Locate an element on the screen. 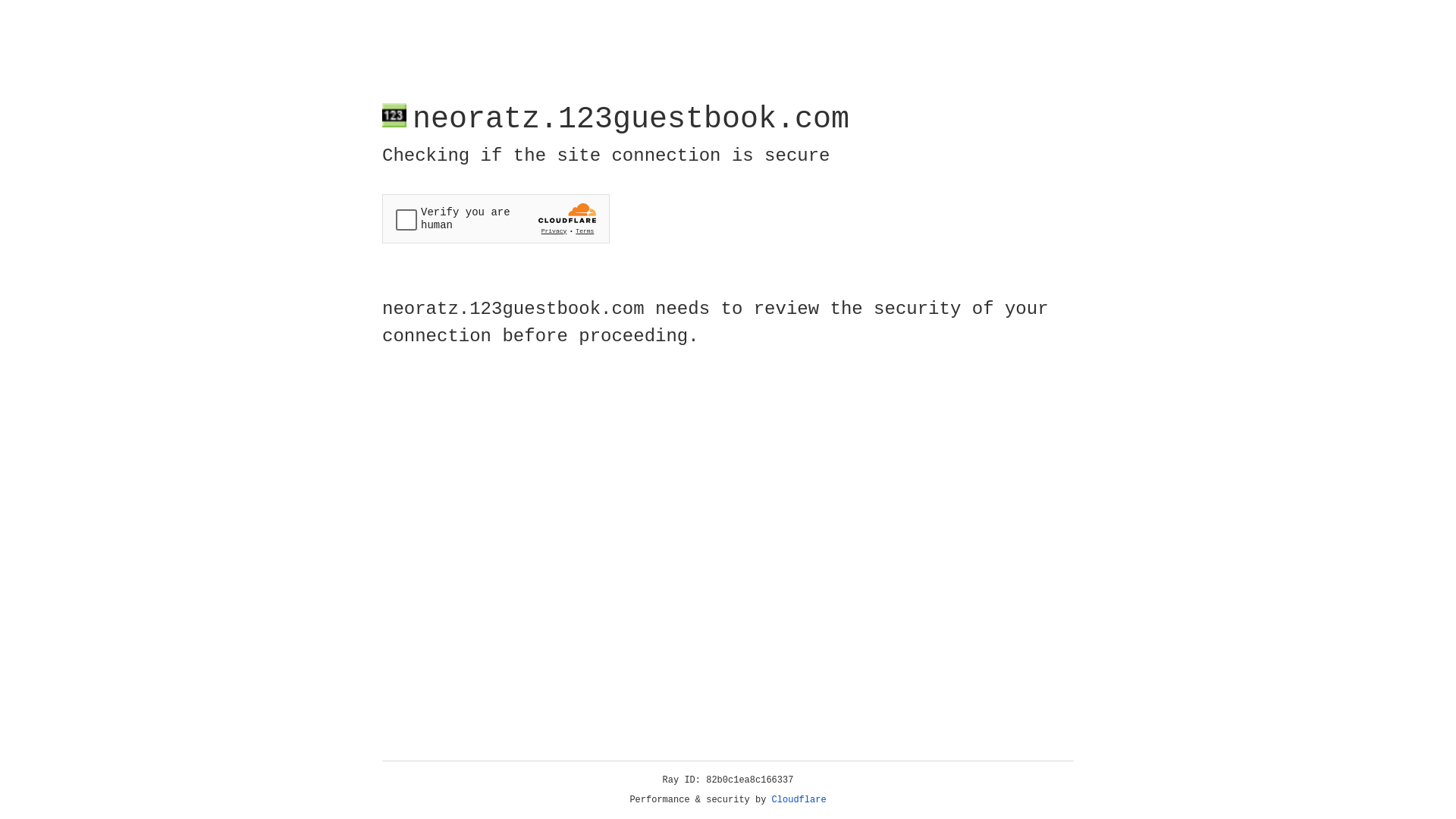 This screenshot has height=819, width=1456. 'Cloudflare' is located at coordinates (799, 799).